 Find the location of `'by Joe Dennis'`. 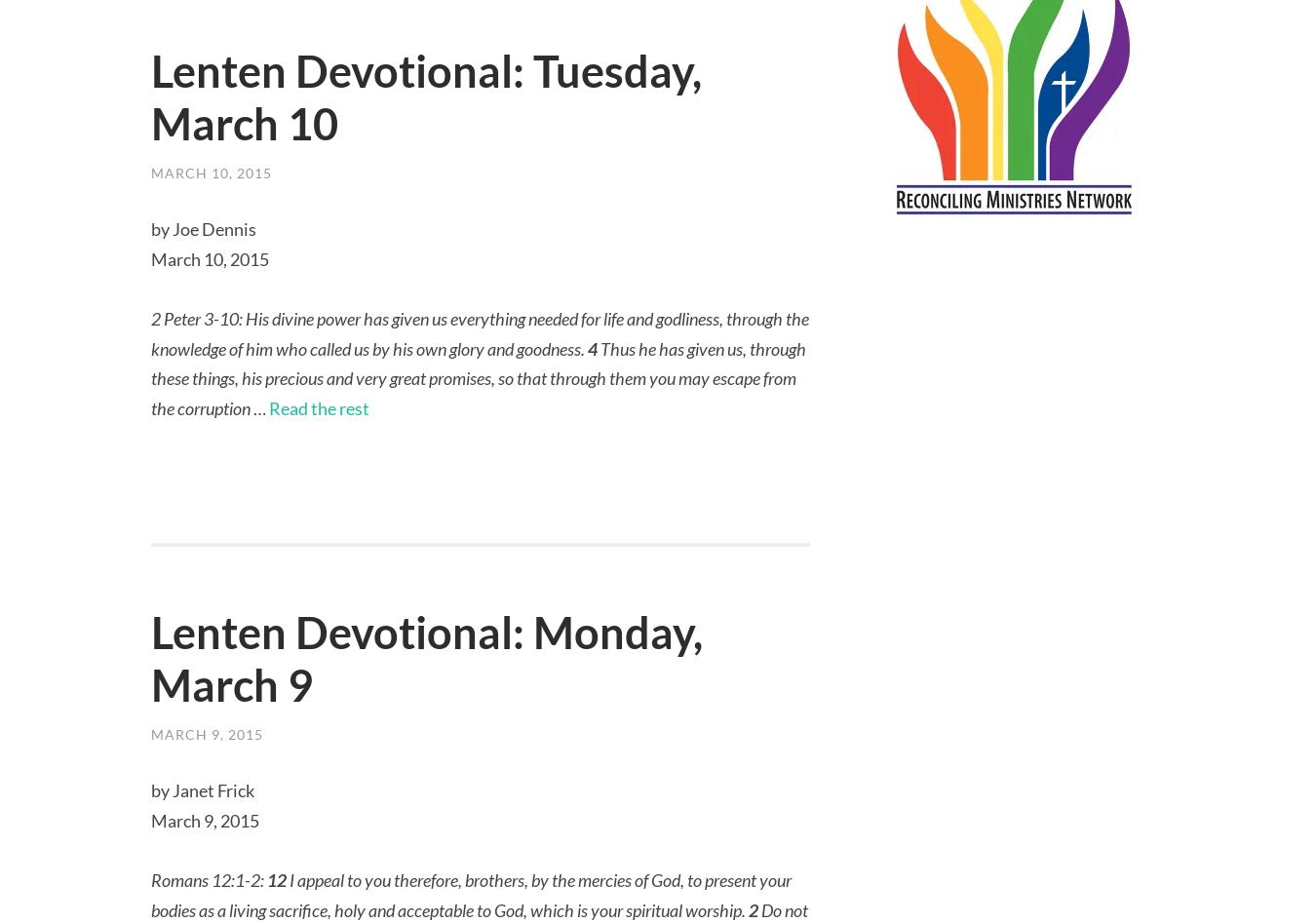

'by Joe Dennis' is located at coordinates (203, 229).